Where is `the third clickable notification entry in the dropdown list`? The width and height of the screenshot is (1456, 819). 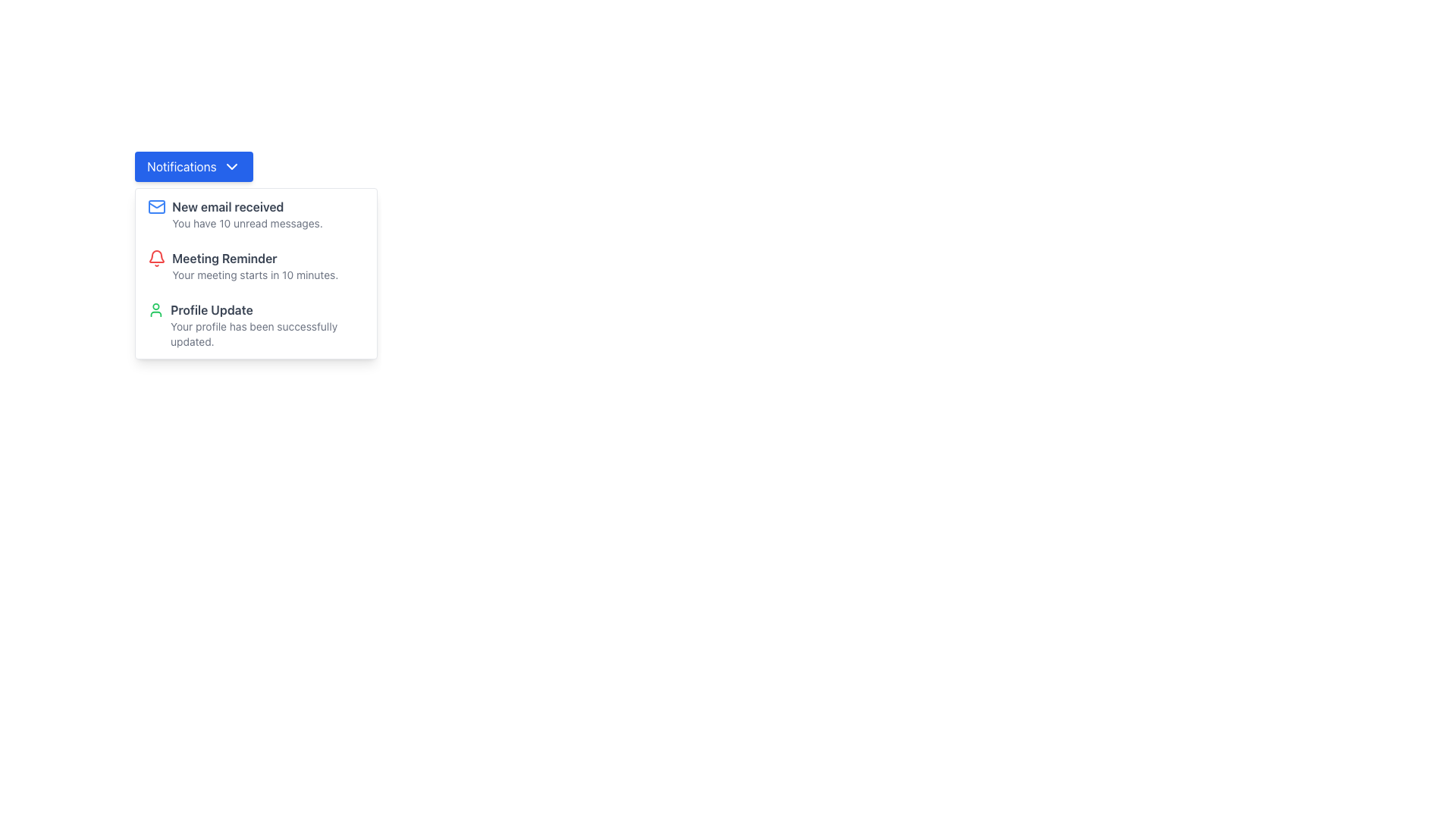
the third clickable notification entry in the dropdown list is located at coordinates (256, 324).